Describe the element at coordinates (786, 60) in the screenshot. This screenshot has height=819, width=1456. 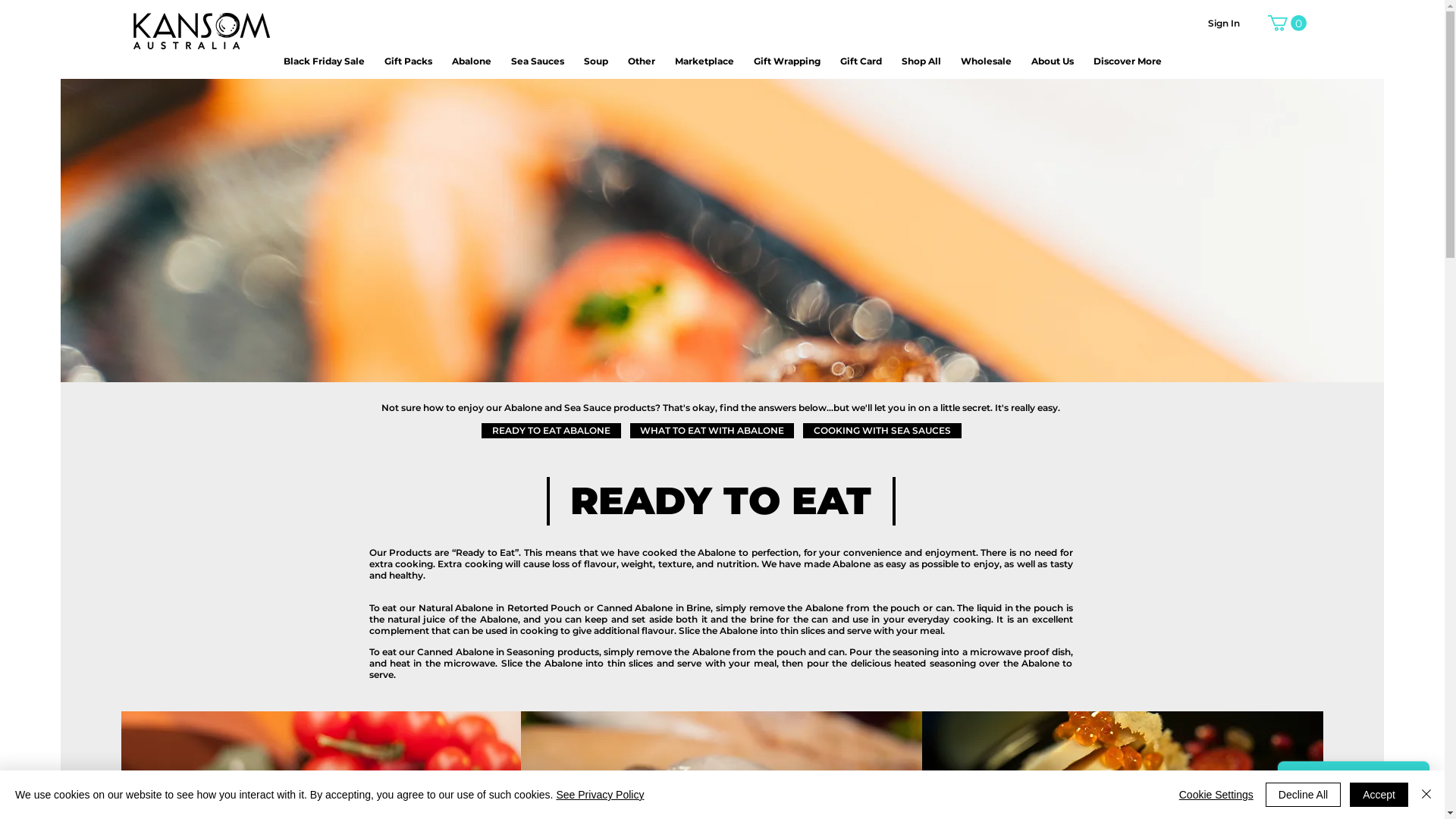
I see `'Gift Wrapping'` at that location.